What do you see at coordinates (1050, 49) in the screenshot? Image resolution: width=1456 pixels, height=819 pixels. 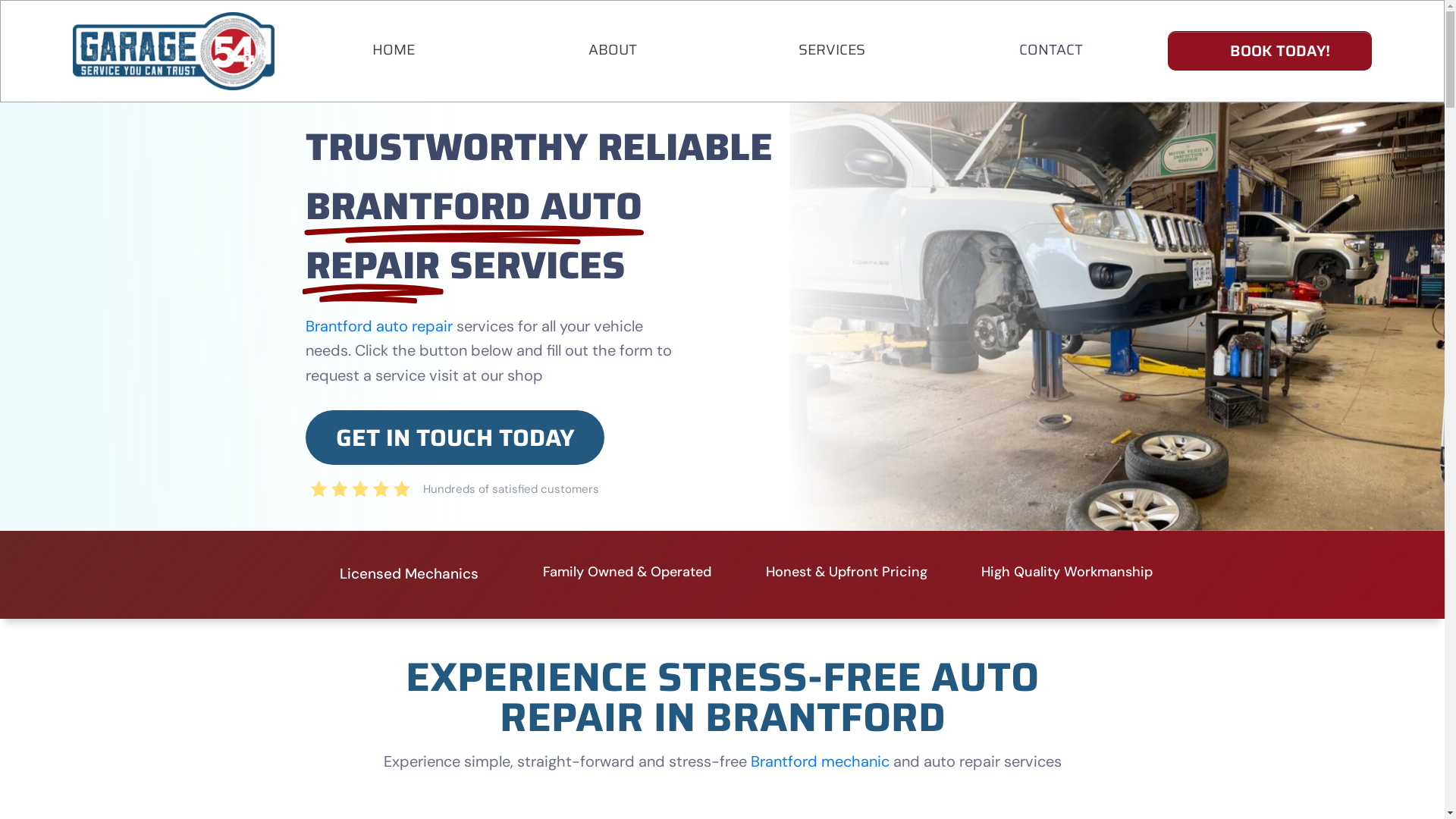 I see `'CONTACT'` at bounding box center [1050, 49].